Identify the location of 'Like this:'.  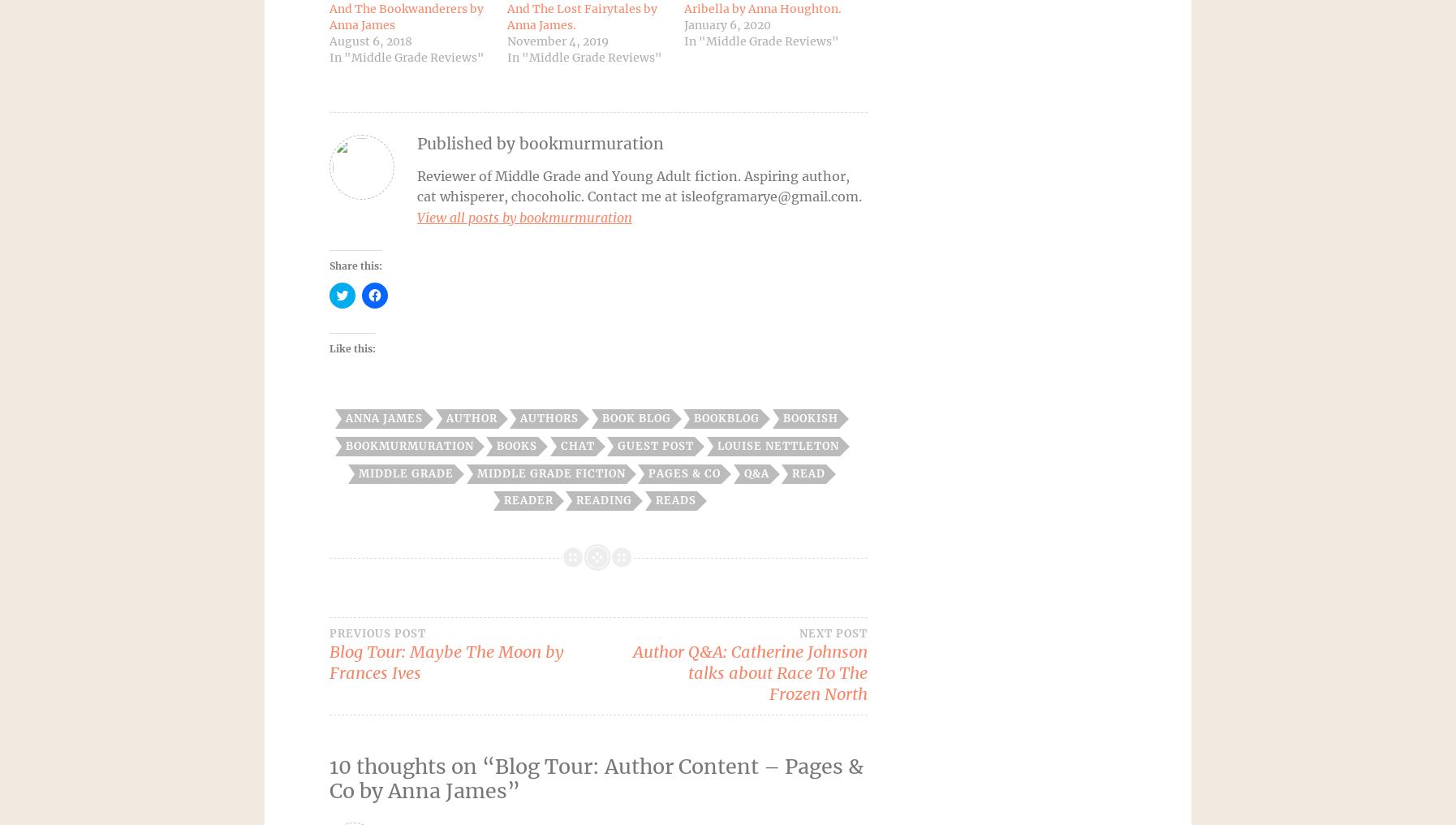
(351, 347).